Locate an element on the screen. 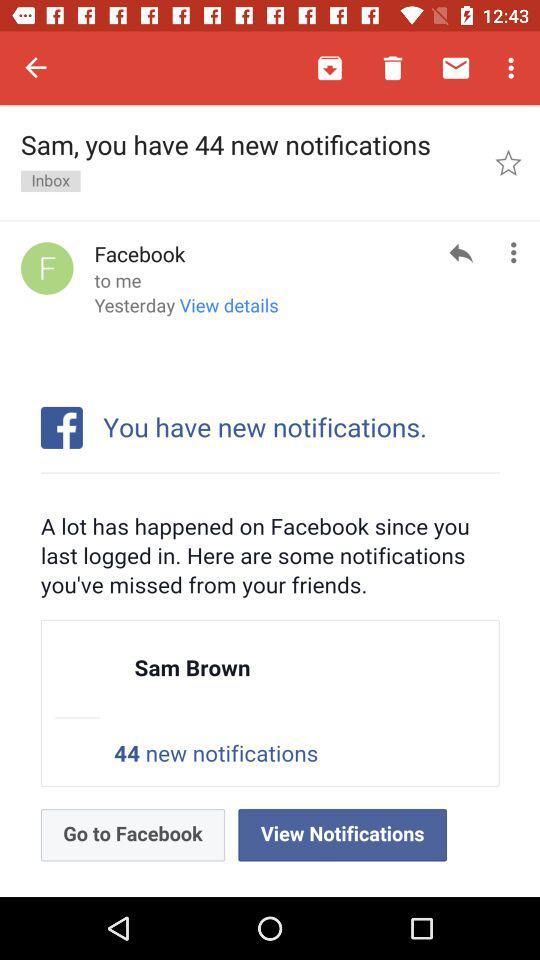  the avatar icon is located at coordinates (47, 267).